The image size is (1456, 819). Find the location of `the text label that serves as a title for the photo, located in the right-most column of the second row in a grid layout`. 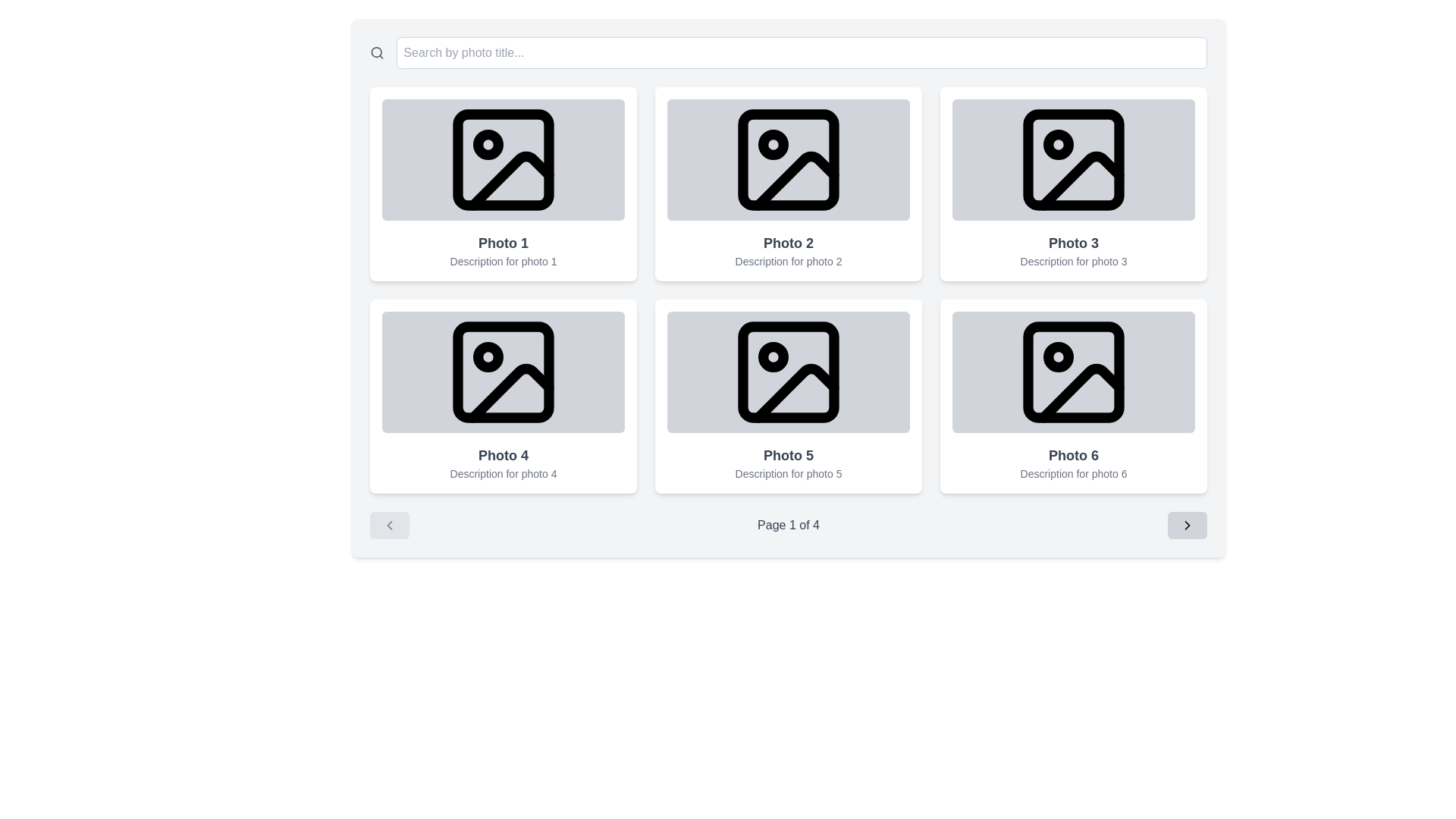

the text label that serves as a title for the photo, located in the right-most column of the second row in a grid layout is located at coordinates (1073, 455).